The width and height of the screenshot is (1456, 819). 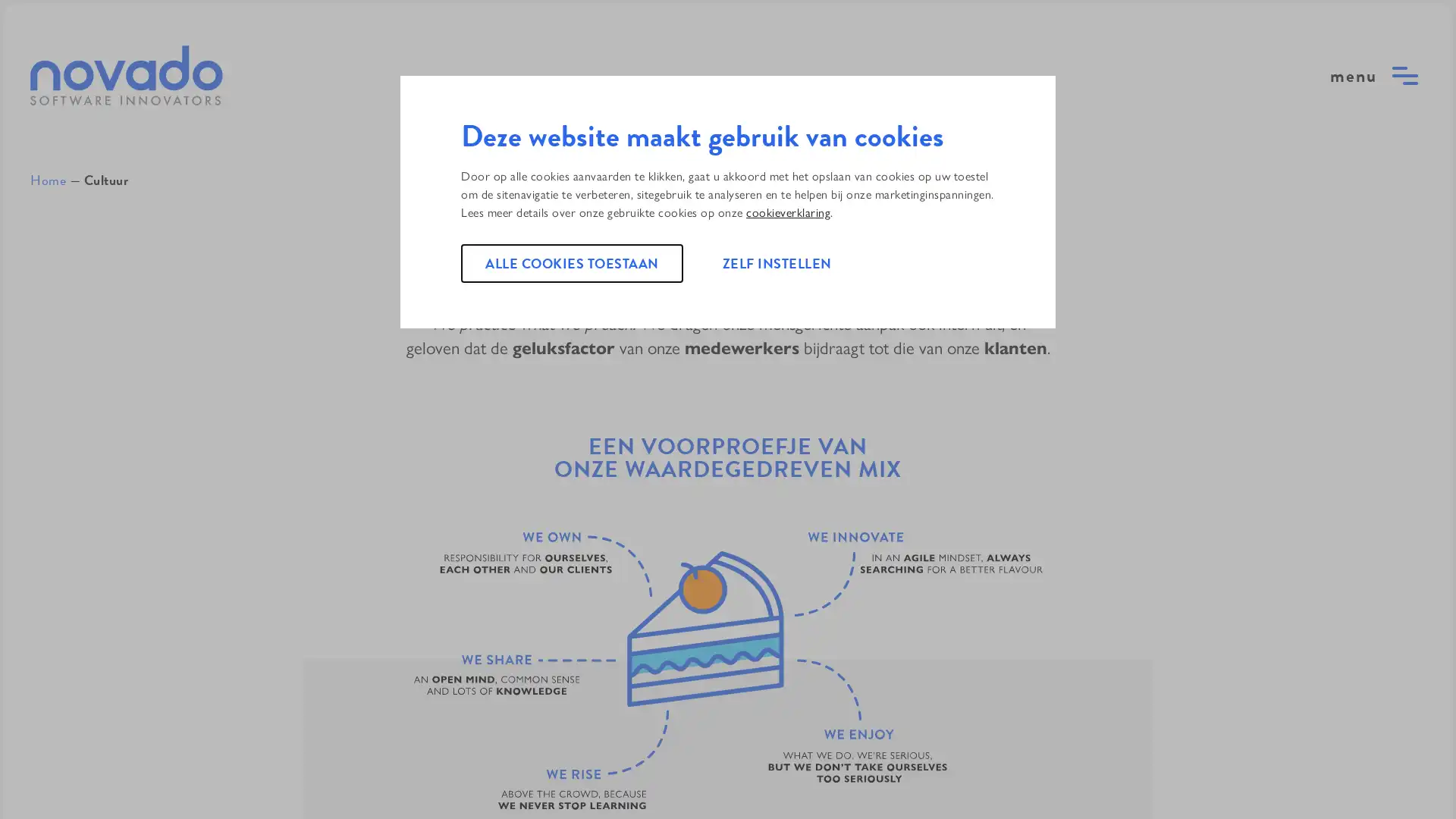 What do you see at coordinates (1373, 76) in the screenshot?
I see `open menu` at bounding box center [1373, 76].